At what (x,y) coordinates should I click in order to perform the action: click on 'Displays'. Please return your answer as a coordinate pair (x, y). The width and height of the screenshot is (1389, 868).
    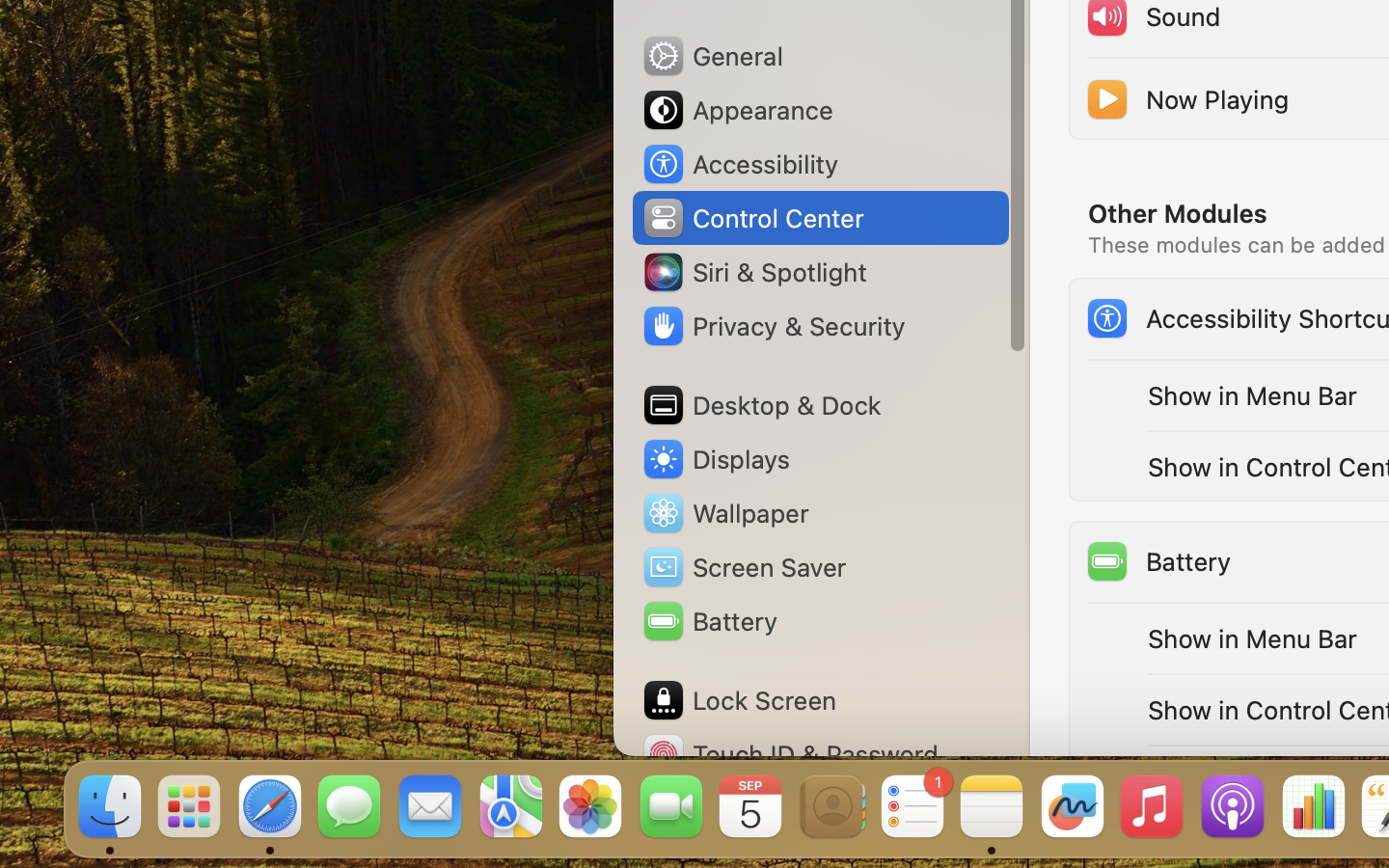
    Looking at the image, I should click on (715, 458).